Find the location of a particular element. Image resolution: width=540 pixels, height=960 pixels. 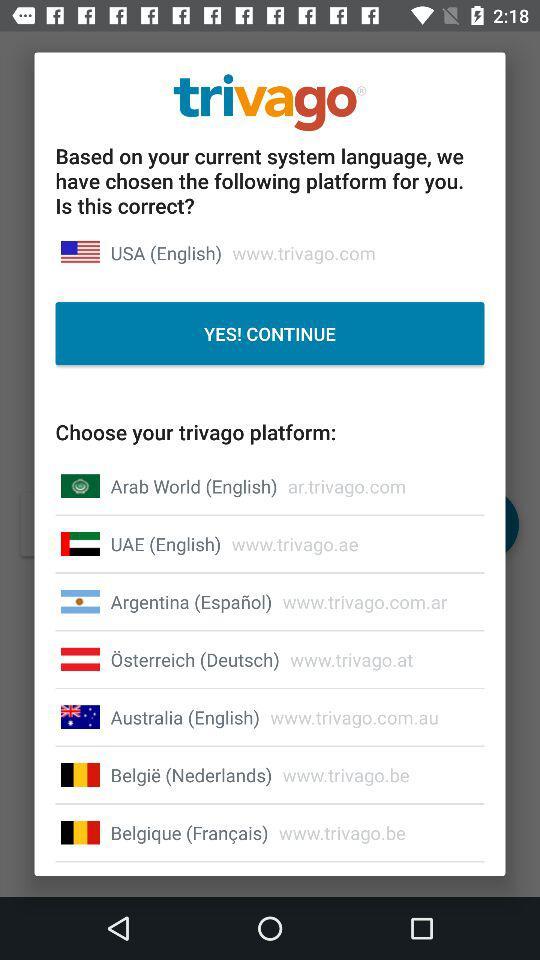

the item next to the www.trivago.be is located at coordinates (191, 774).